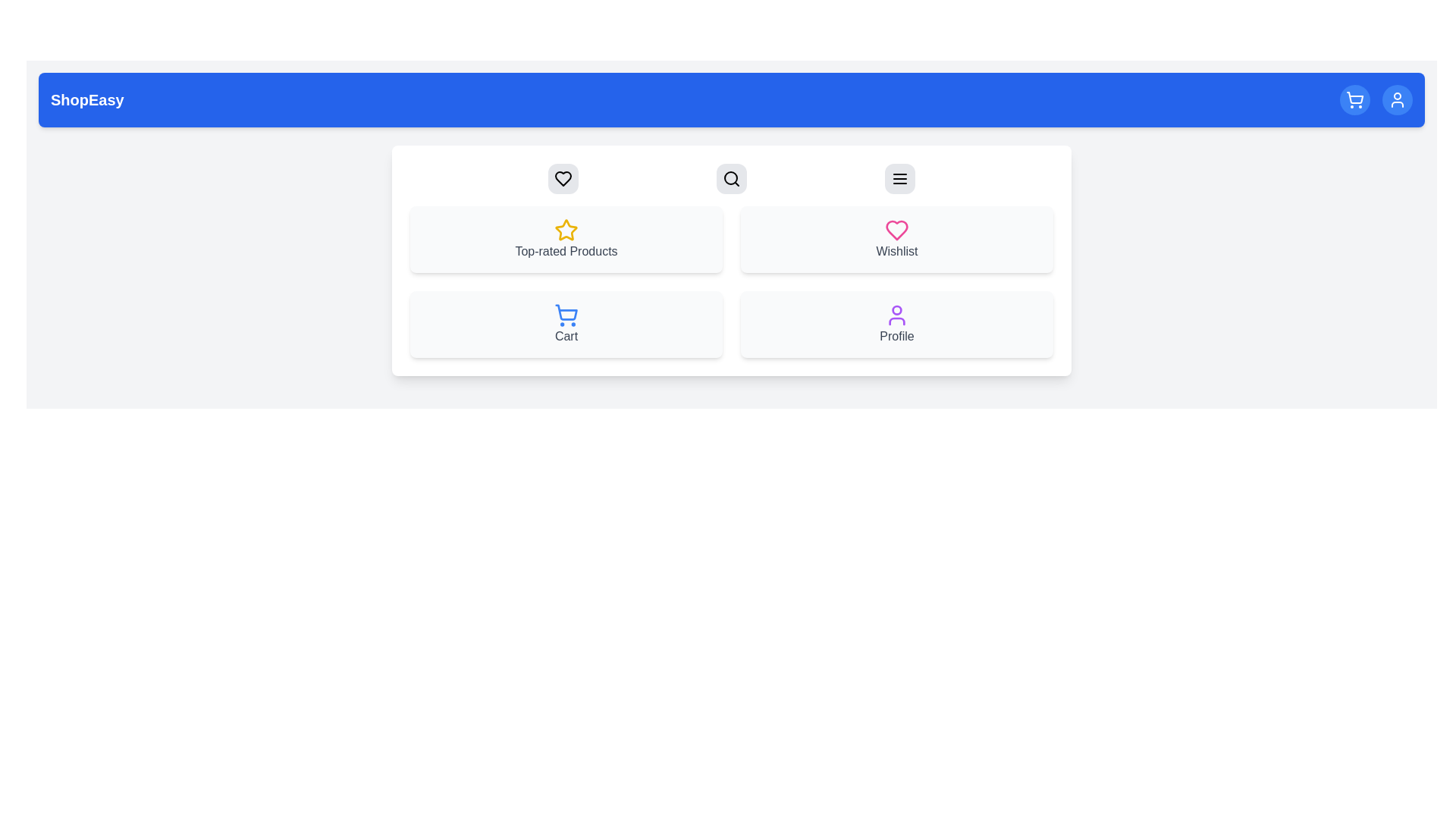  What do you see at coordinates (896, 321) in the screenshot?
I see `the lower half of the user profile icon located on the right side of the top navigation bar` at bounding box center [896, 321].